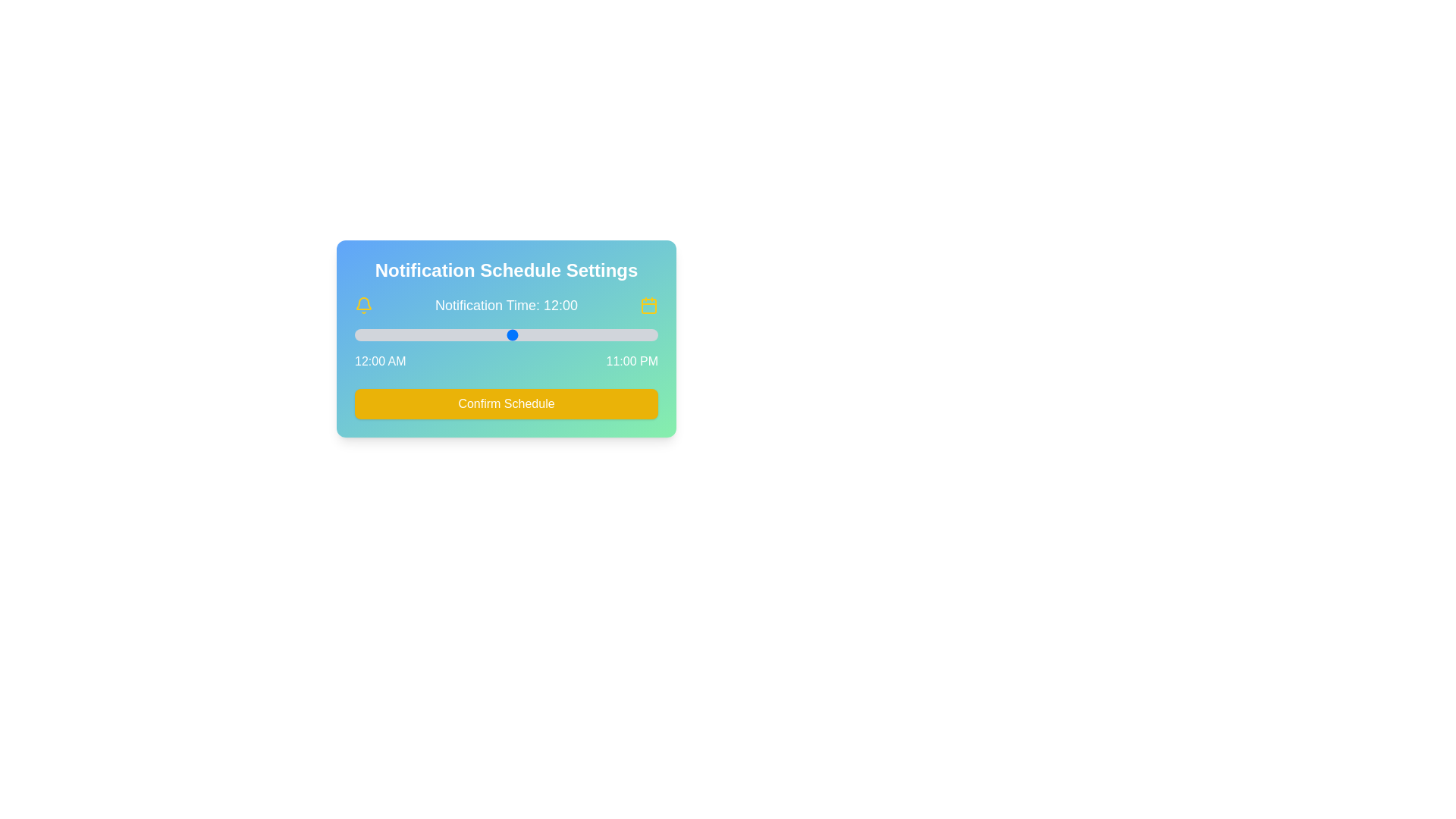 The width and height of the screenshot is (1456, 819). What do you see at coordinates (648, 305) in the screenshot?
I see `the calendar icon to interact with it` at bounding box center [648, 305].